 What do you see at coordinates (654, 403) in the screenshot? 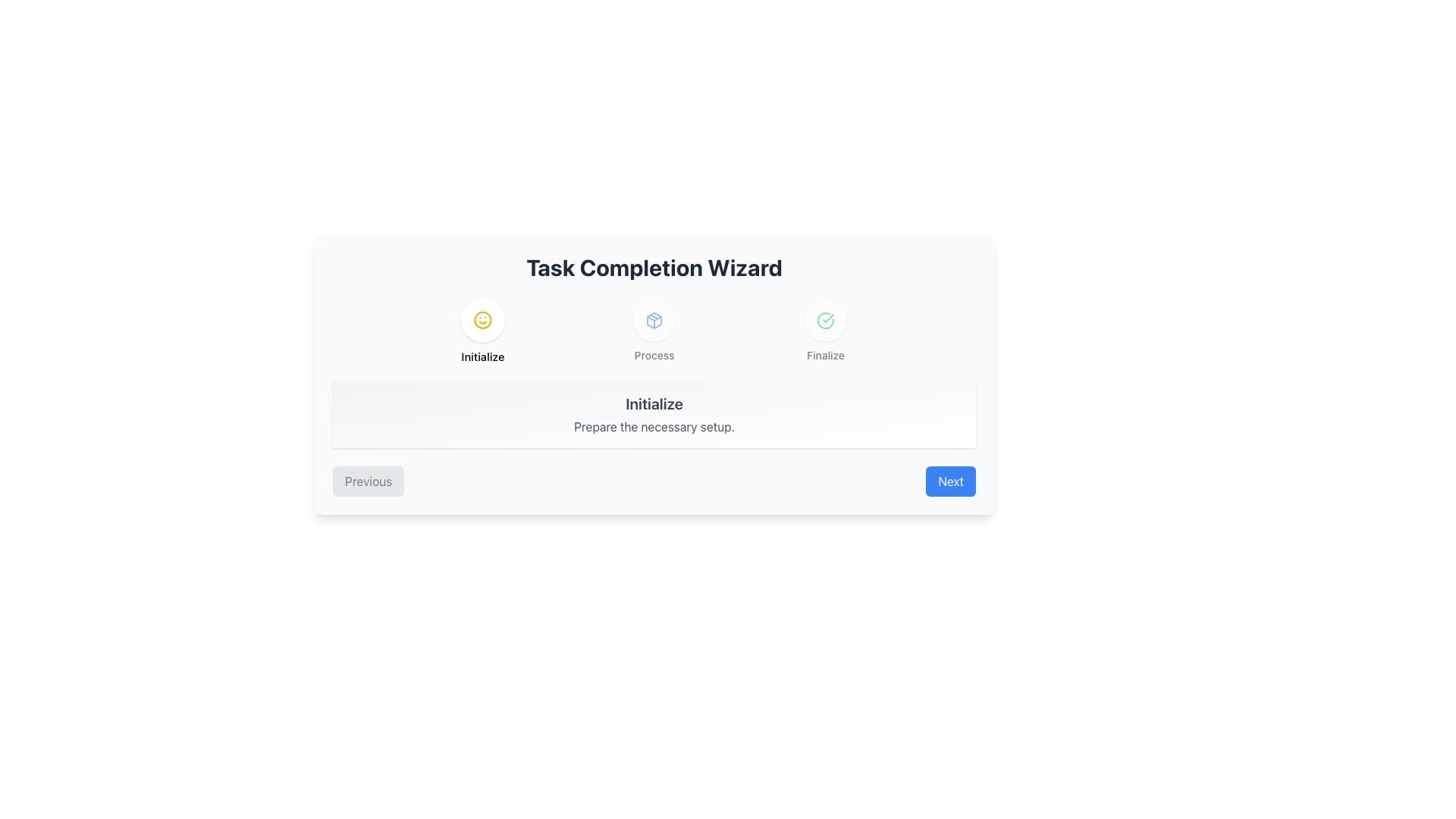
I see `the bold header text labeled 'Initialize' that is styled in dark gray and positioned at the top of the card widget in the 'Task Completion Wizard' section` at bounding box center [654, 403].